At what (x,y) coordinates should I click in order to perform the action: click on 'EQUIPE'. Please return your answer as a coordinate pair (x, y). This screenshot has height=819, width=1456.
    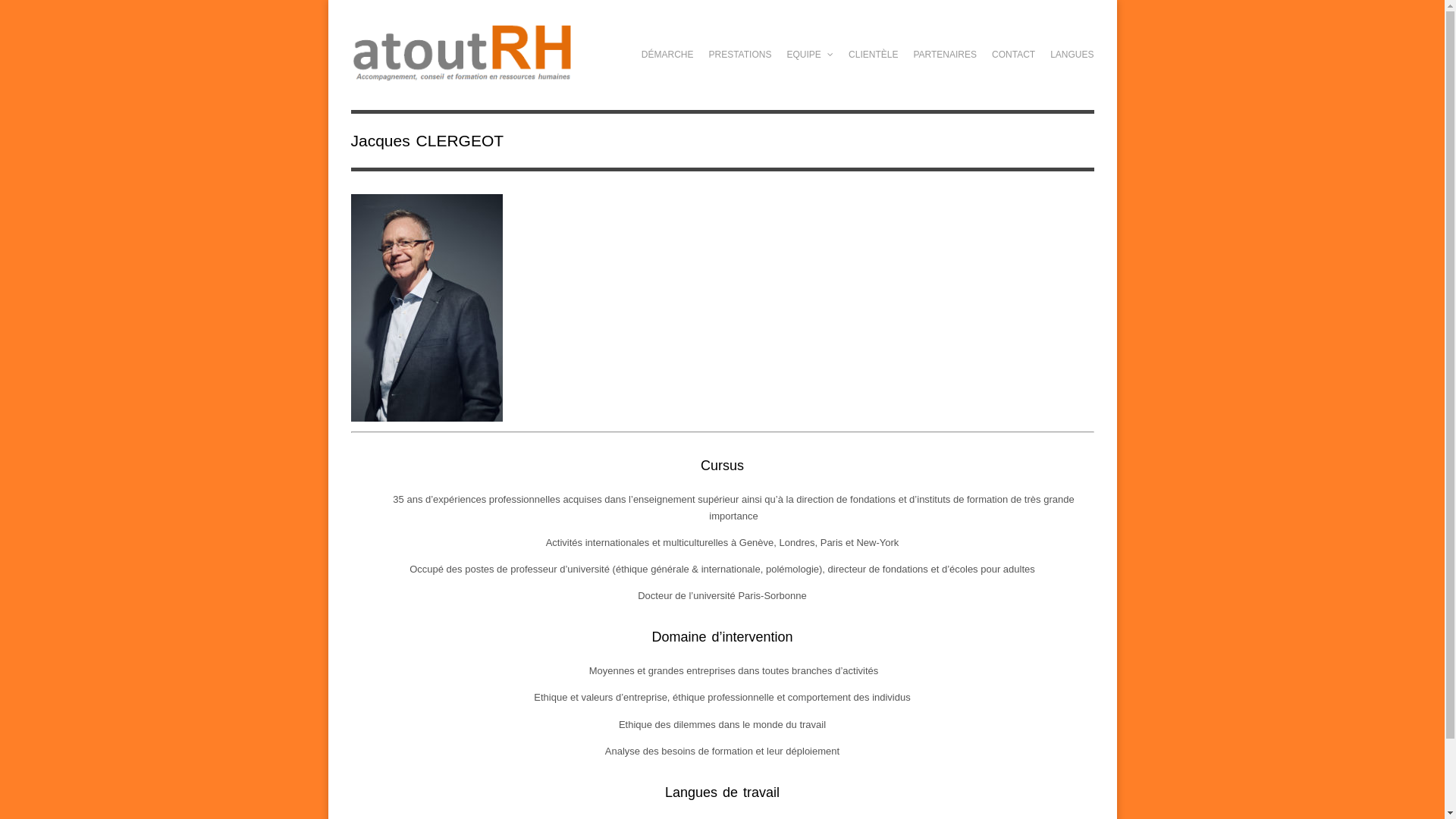
    Looking at the image, I should click on (809, 54).